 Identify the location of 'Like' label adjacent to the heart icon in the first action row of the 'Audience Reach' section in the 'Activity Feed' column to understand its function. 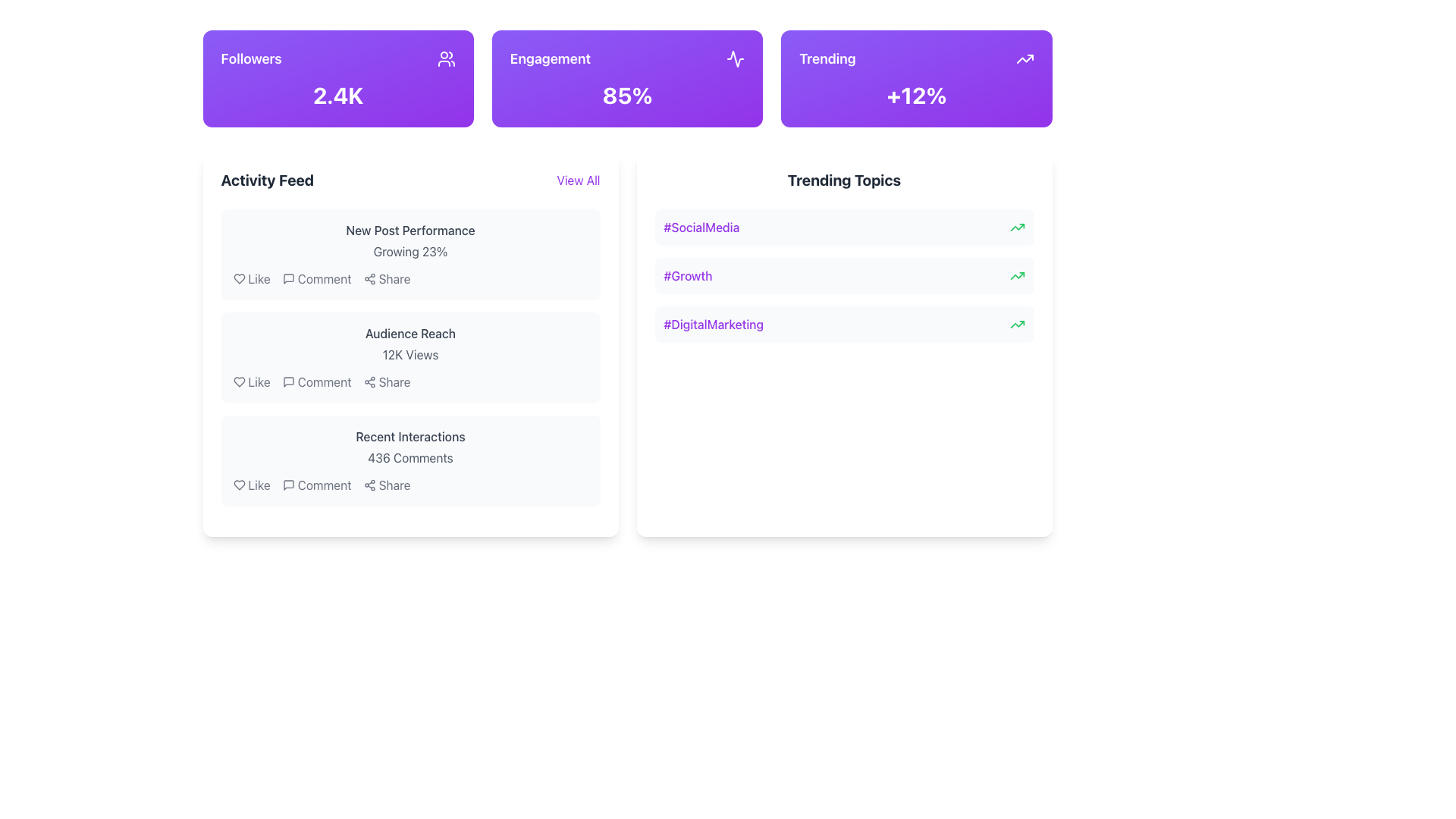
(259, 381).